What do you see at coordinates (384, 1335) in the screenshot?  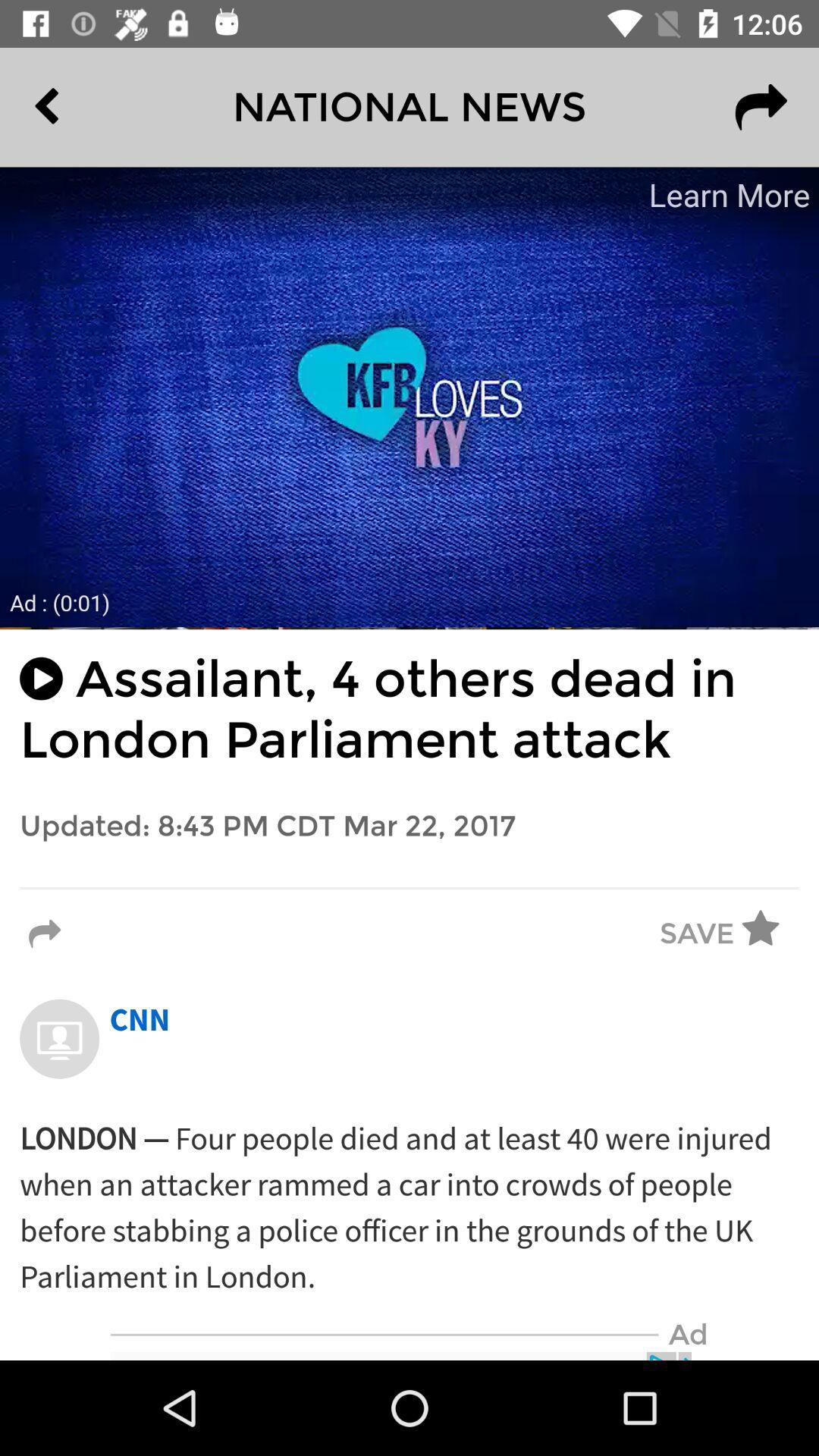 I see `item to the left of ad item` at bounding box center [384, 1335].